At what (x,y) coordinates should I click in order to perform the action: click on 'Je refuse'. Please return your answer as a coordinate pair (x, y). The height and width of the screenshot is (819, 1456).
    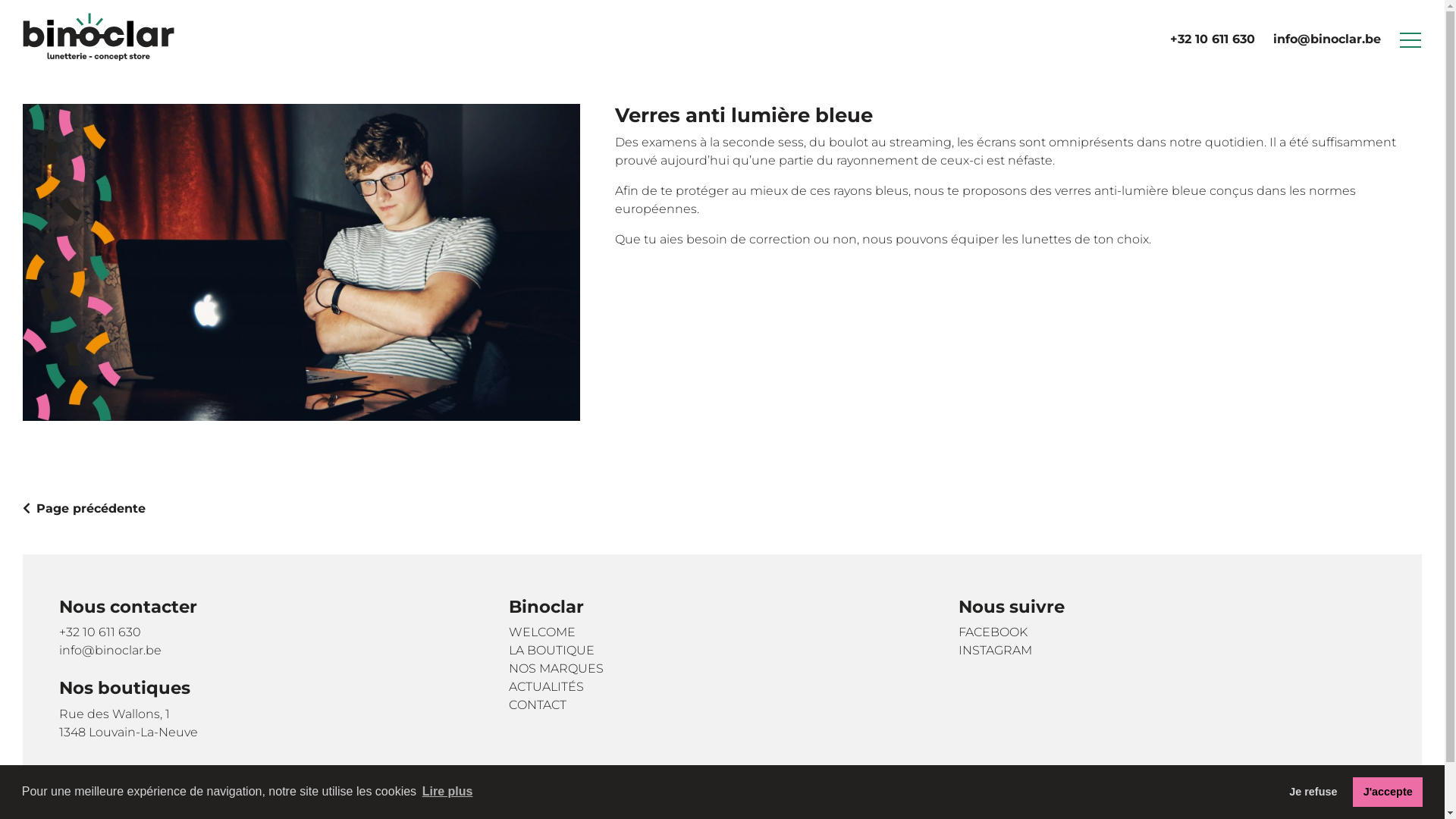
    Looking at the image, I should click on (1313, 791).